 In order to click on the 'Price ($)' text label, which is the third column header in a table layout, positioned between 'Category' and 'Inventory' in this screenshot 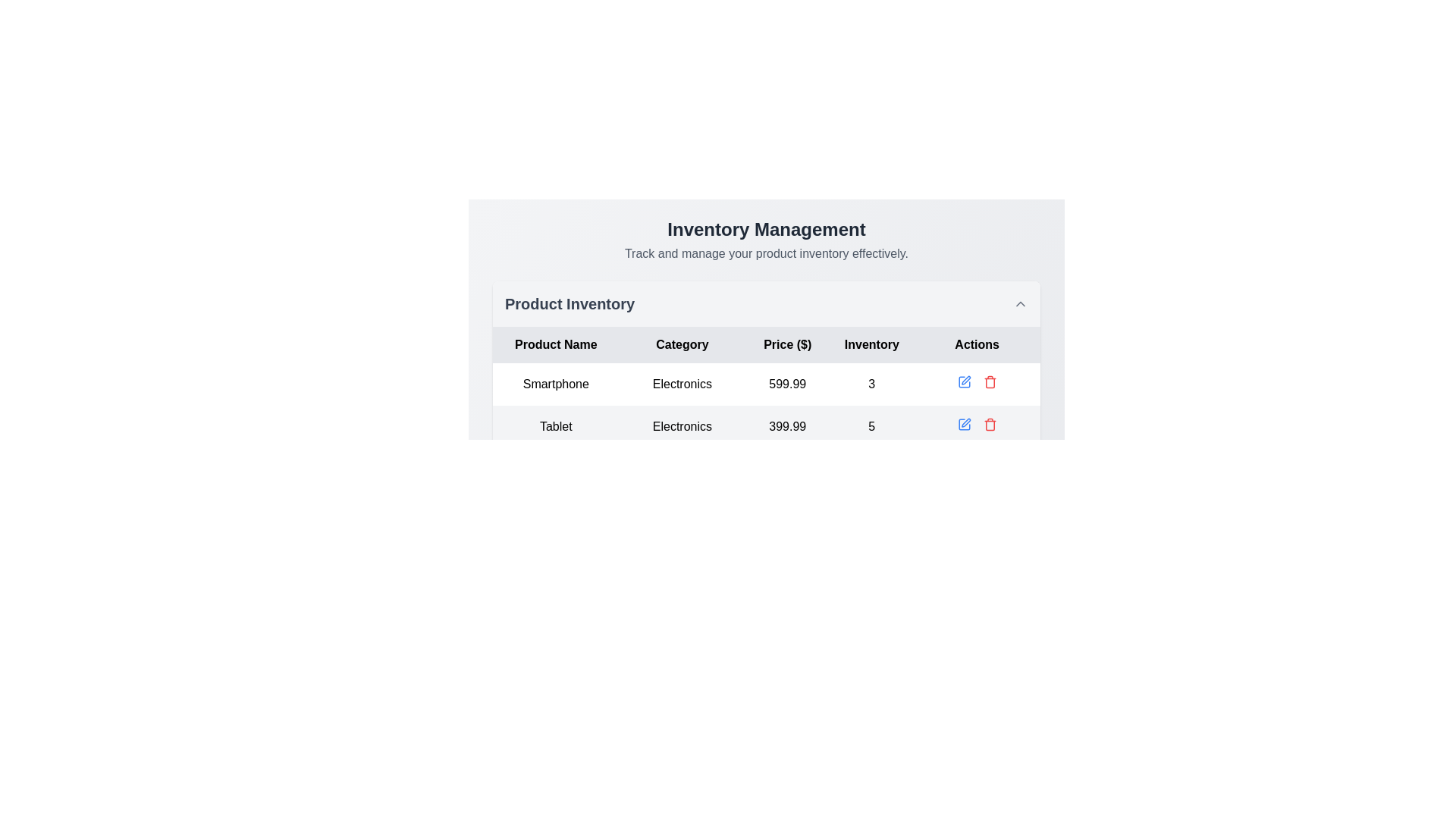, I will do `click(787, 345)`.